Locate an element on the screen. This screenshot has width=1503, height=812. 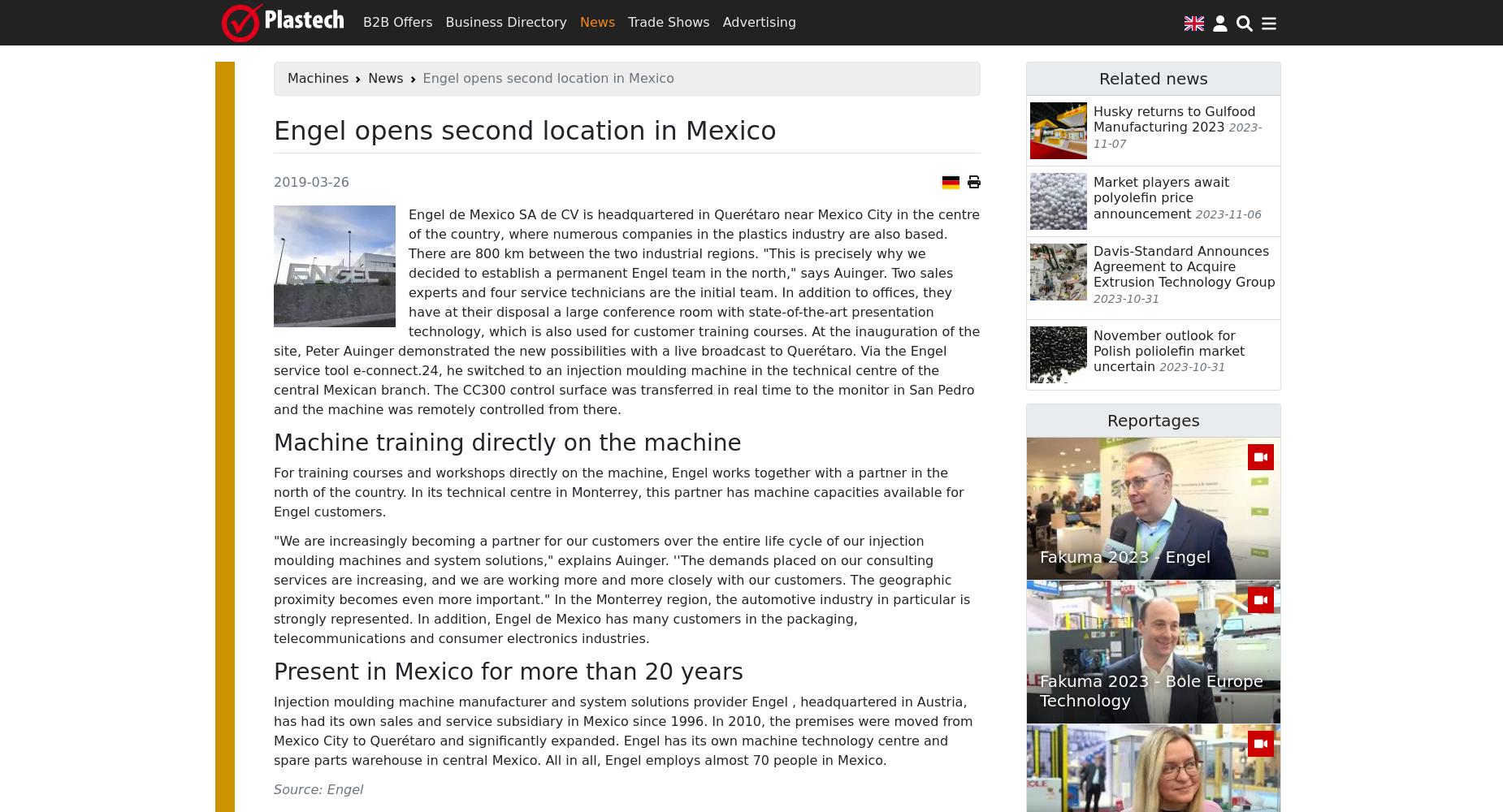
'Machines' is located at coordinates (317, 77).